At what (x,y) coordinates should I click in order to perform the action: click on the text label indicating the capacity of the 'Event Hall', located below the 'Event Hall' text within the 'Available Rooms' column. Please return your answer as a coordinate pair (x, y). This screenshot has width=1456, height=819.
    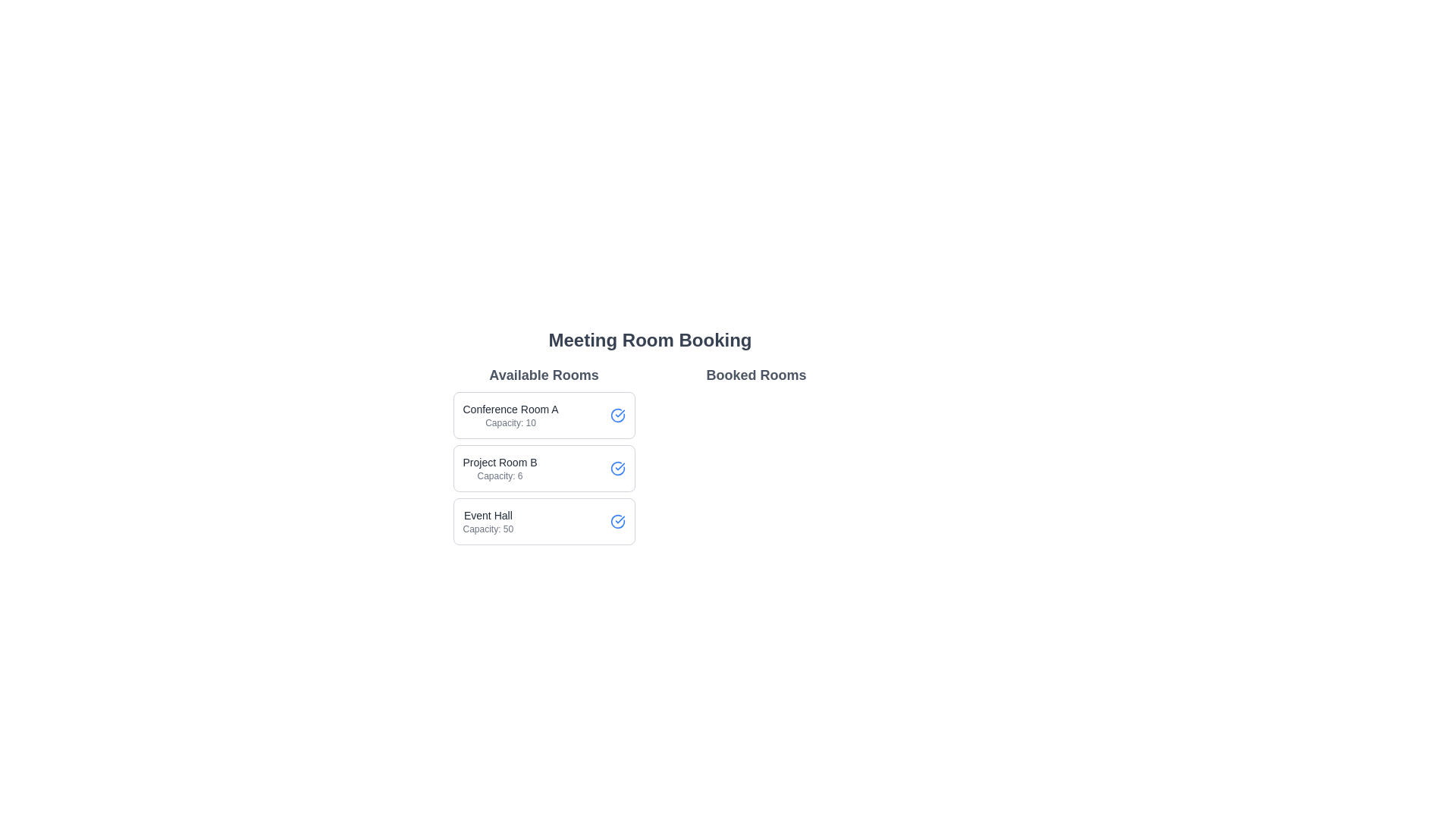
    Looking at the image, I should click on (488, 529).